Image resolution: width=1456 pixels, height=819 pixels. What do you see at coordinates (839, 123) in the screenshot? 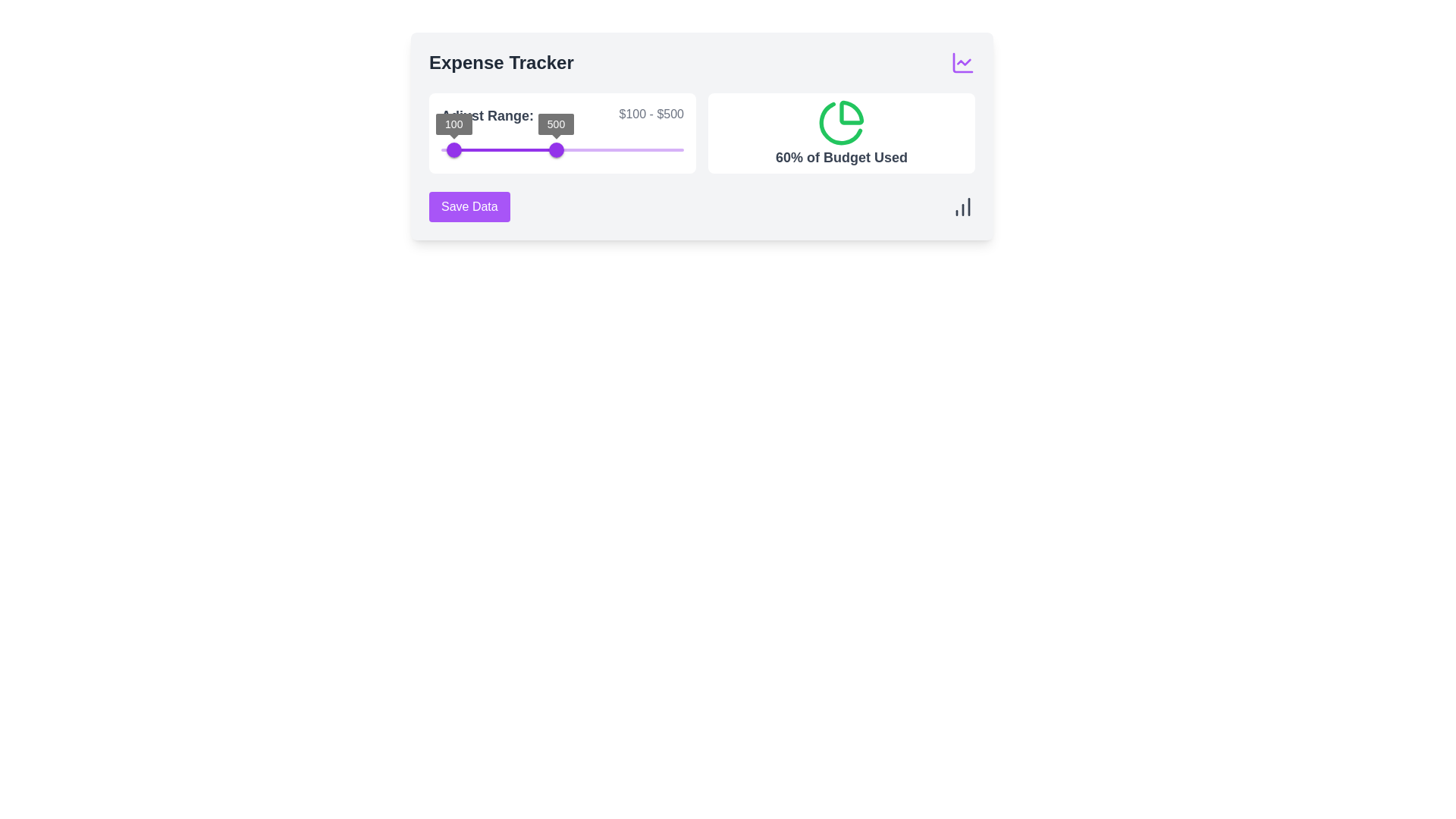
I see `the green-filled segment of the pie chart that represents 60% of Budget Used, located in the bottom left of the chart` at bounding box center [839, 123].